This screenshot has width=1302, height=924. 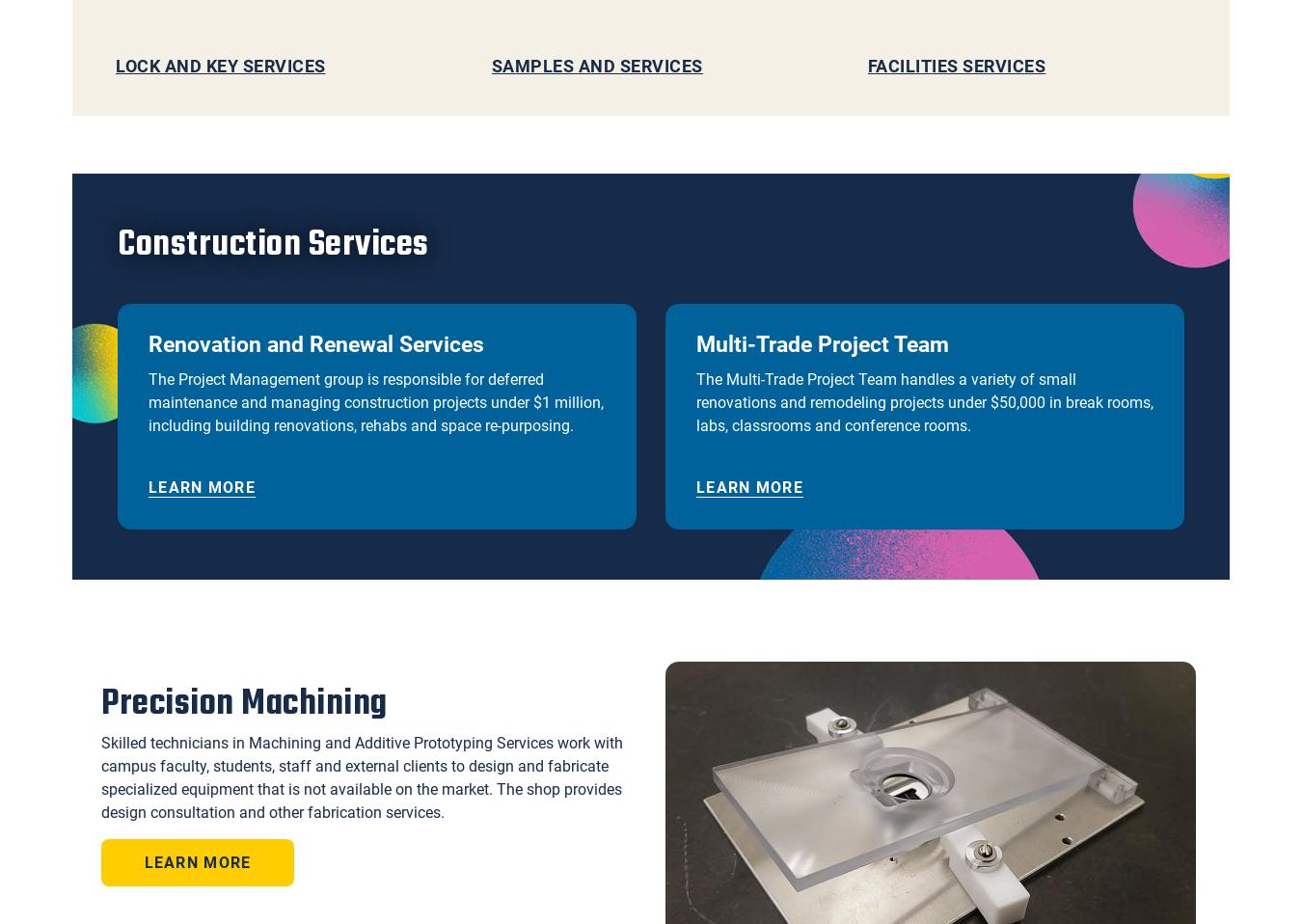 What do you see at coordinates (955, 64) in the screenshot?
I see `'Facilities Services'` at bounding box center [955, 64].